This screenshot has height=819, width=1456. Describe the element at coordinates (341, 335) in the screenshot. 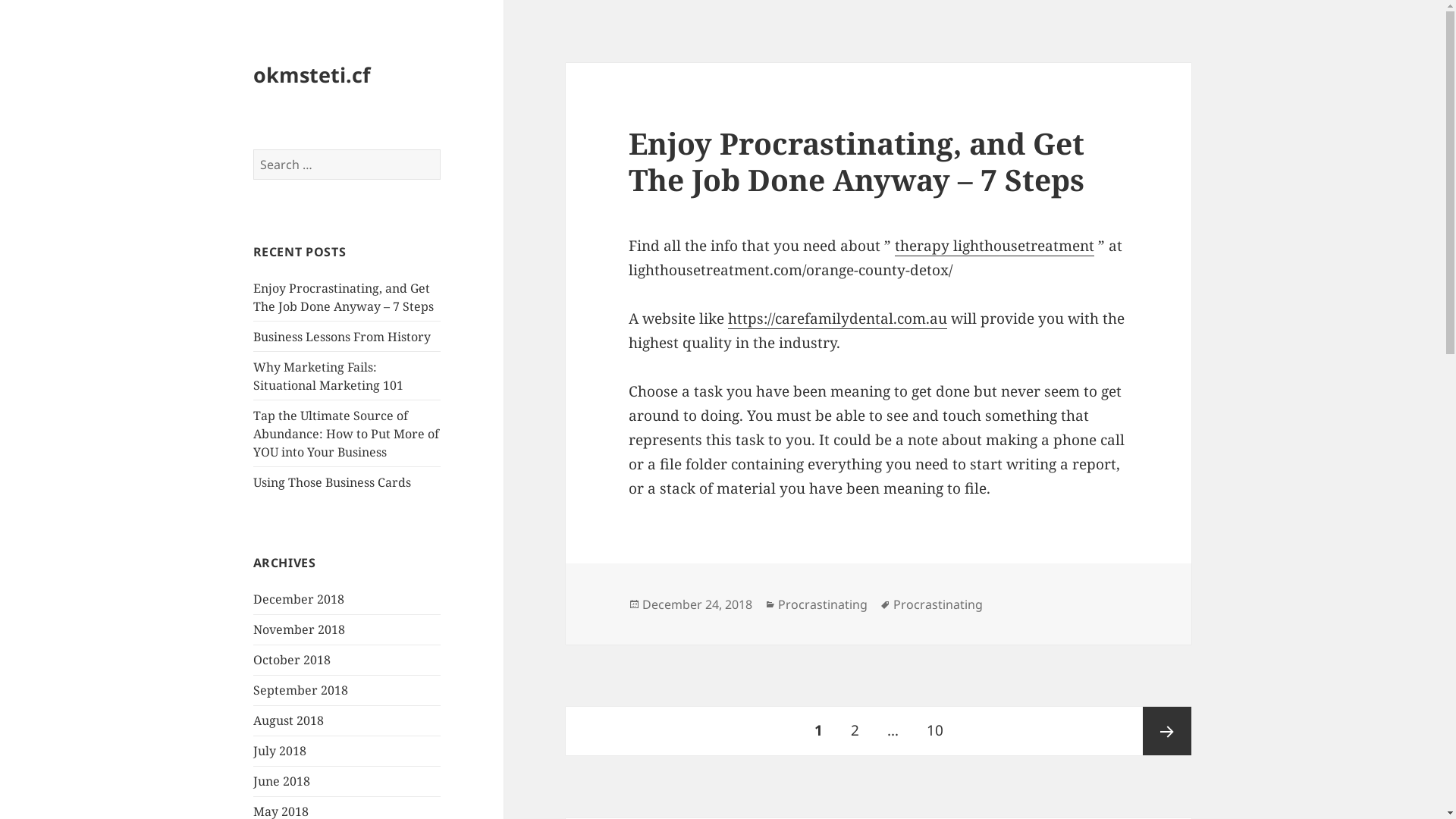

I see `'Business Lessons From History'` at that location.